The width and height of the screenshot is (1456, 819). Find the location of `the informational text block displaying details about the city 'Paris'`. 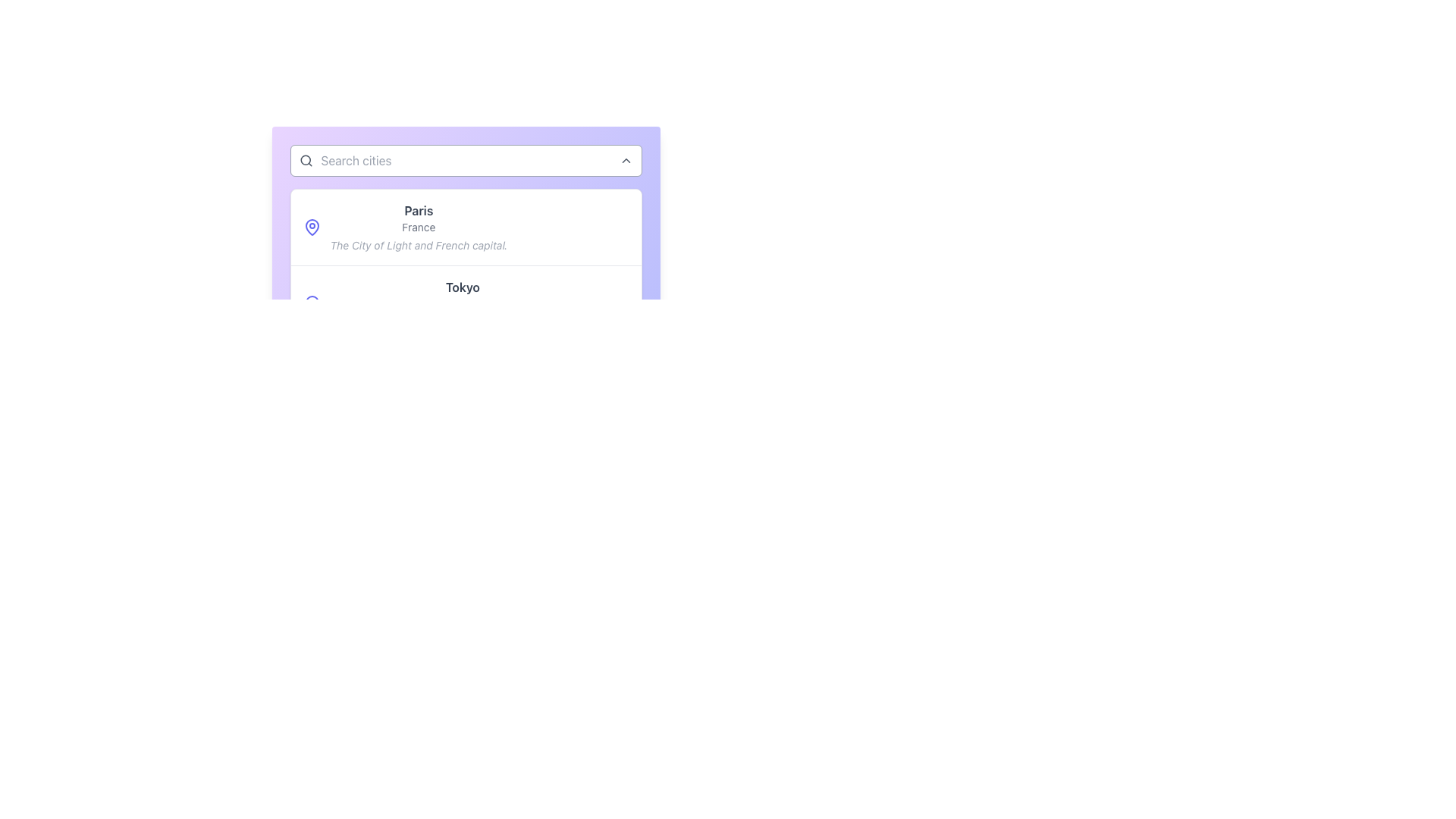

the informational text block displaying details about the city 'Paris' is located at coordinates (419, 227).